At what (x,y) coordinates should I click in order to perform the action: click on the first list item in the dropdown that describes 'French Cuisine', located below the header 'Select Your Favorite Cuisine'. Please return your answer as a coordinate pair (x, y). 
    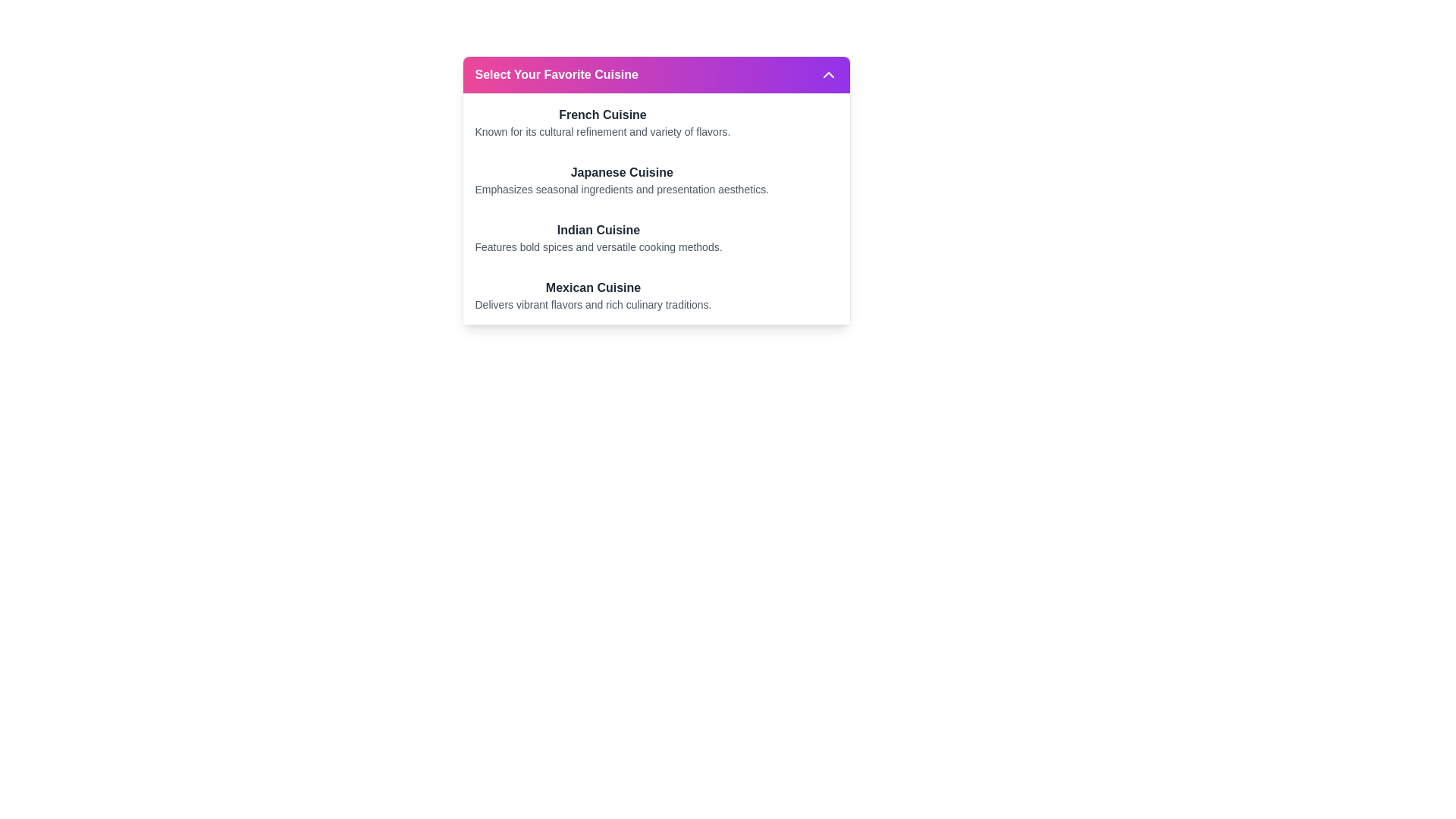
    Looking at the image, I should click on (656, 122).